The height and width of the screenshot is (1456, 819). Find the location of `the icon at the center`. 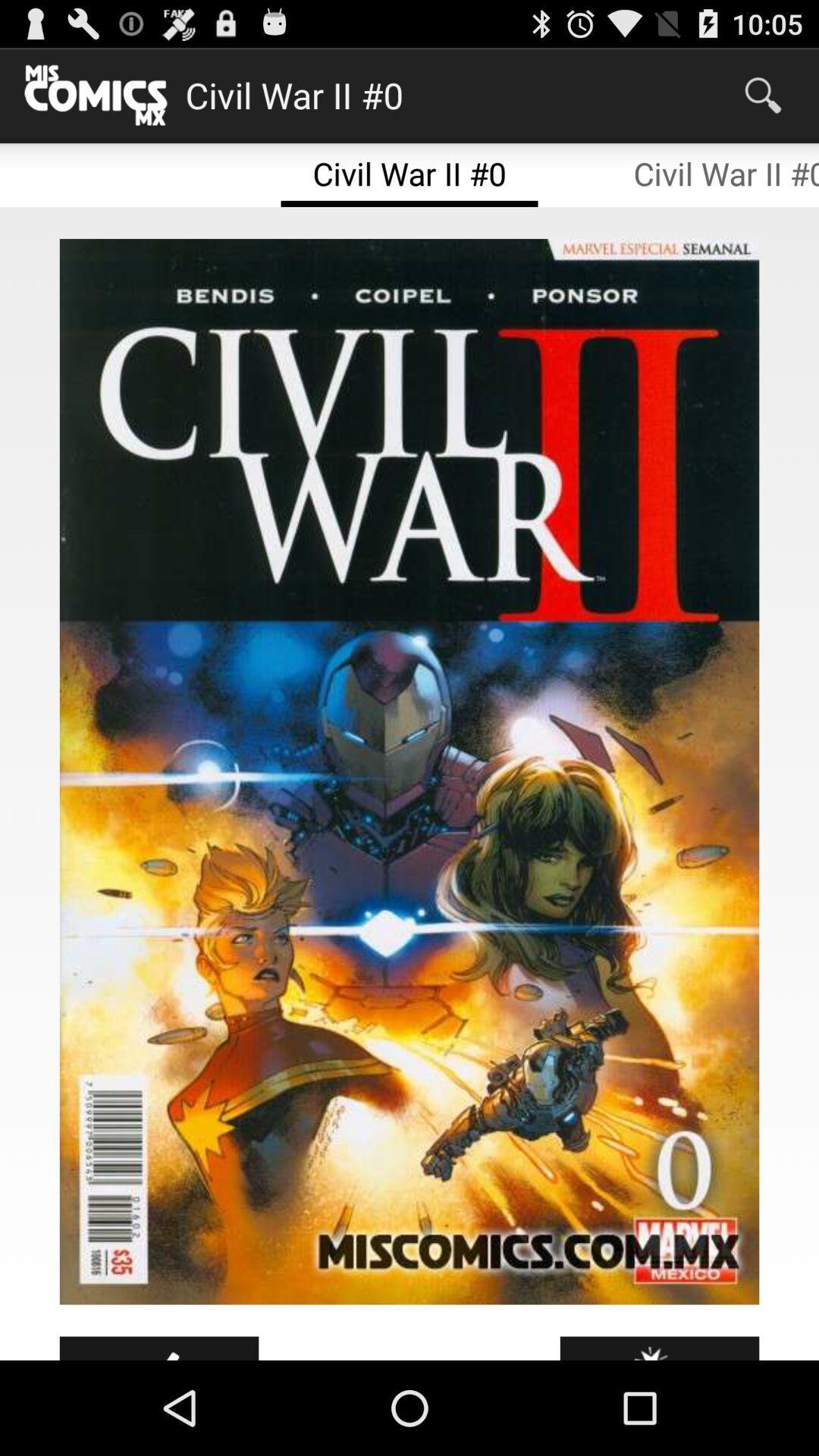

the icon at the center is located at coordinates (409, 771).